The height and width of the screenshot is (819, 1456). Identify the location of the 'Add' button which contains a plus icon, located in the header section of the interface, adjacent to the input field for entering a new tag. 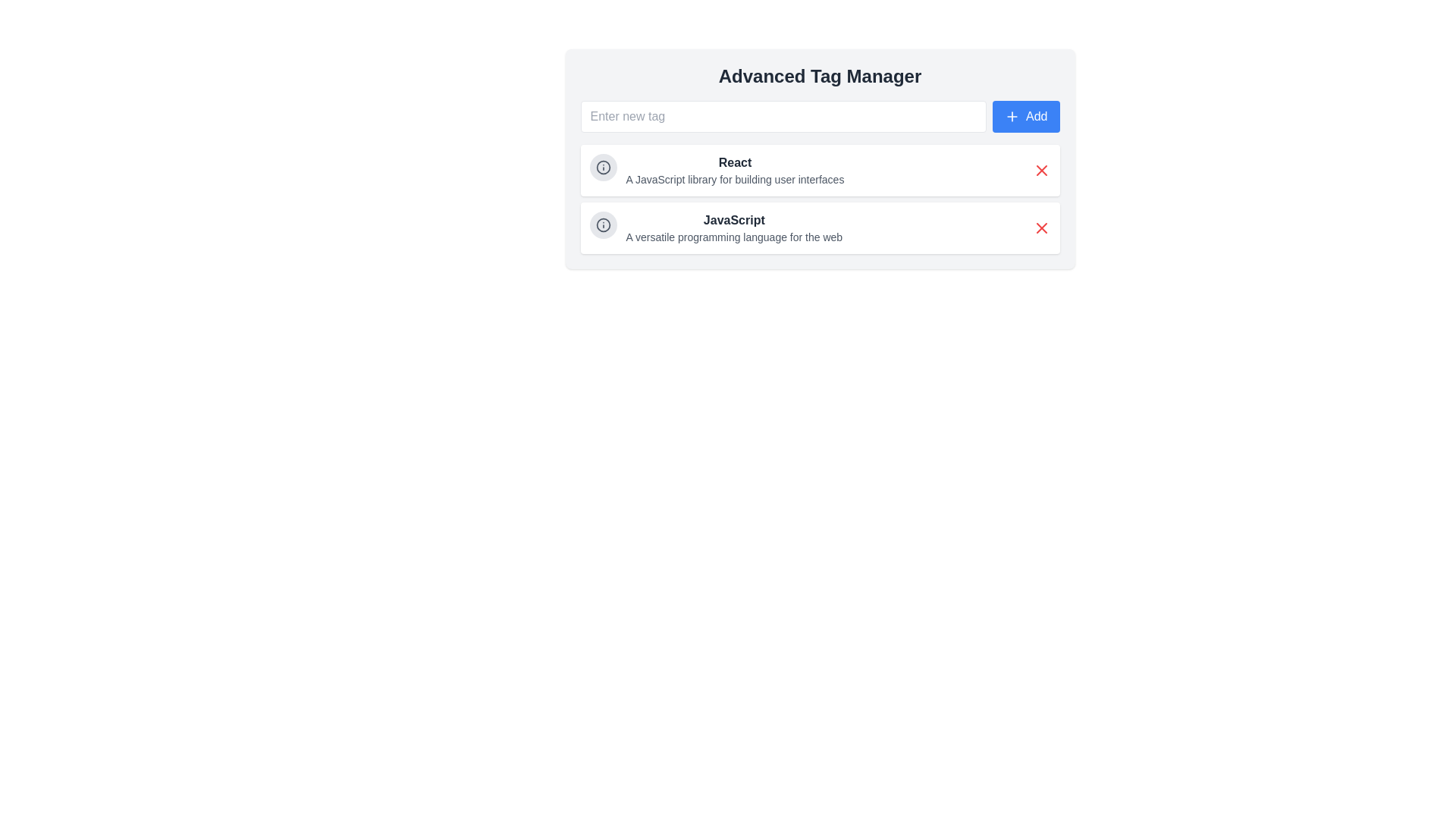
(1012, 116).